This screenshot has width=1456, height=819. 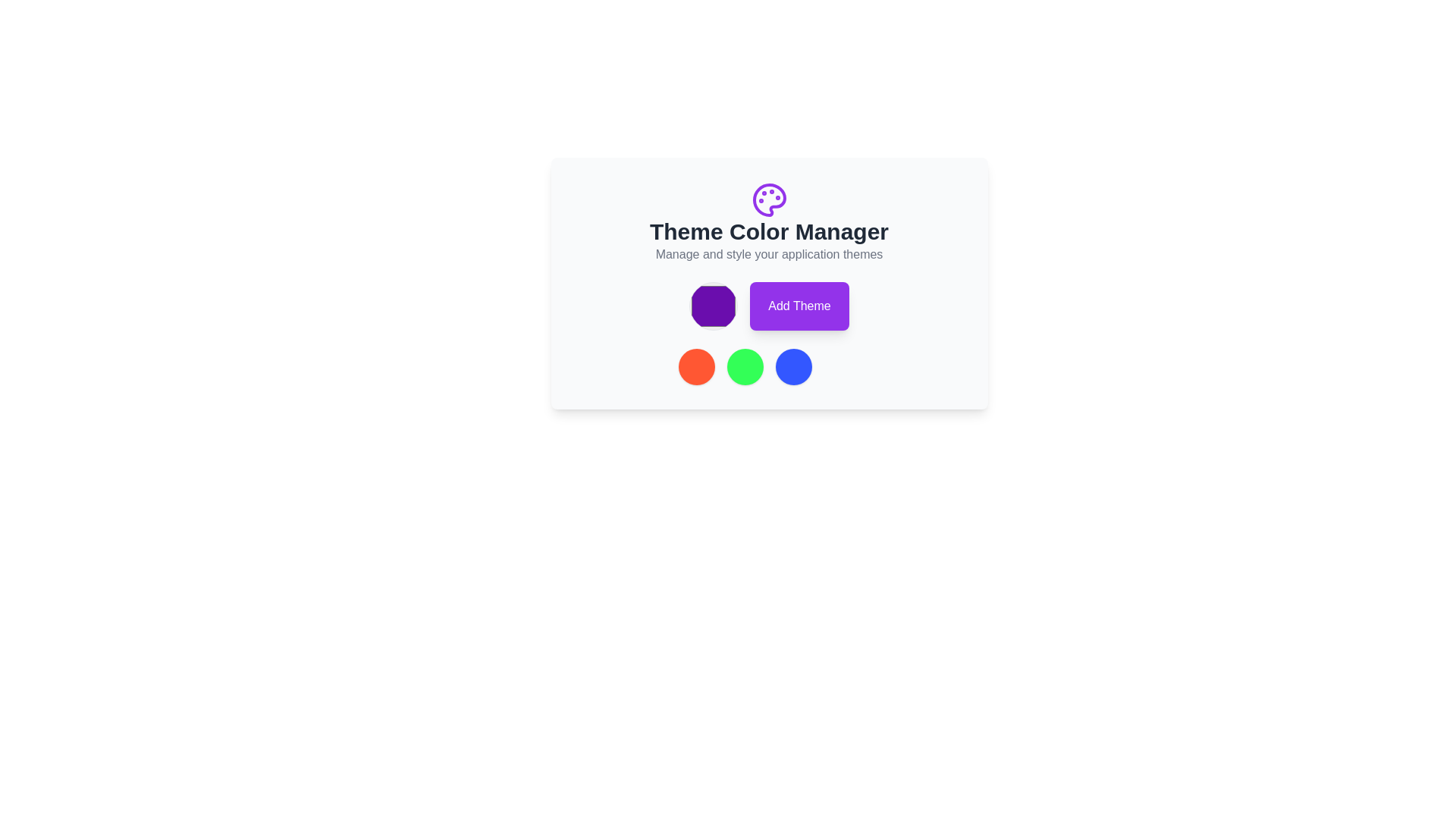 What do you see at coordinates (695, 366) in the screenshot?
I see `the circular orange-red button located at the bottom section of the UI` at bounding box center [695, 366].